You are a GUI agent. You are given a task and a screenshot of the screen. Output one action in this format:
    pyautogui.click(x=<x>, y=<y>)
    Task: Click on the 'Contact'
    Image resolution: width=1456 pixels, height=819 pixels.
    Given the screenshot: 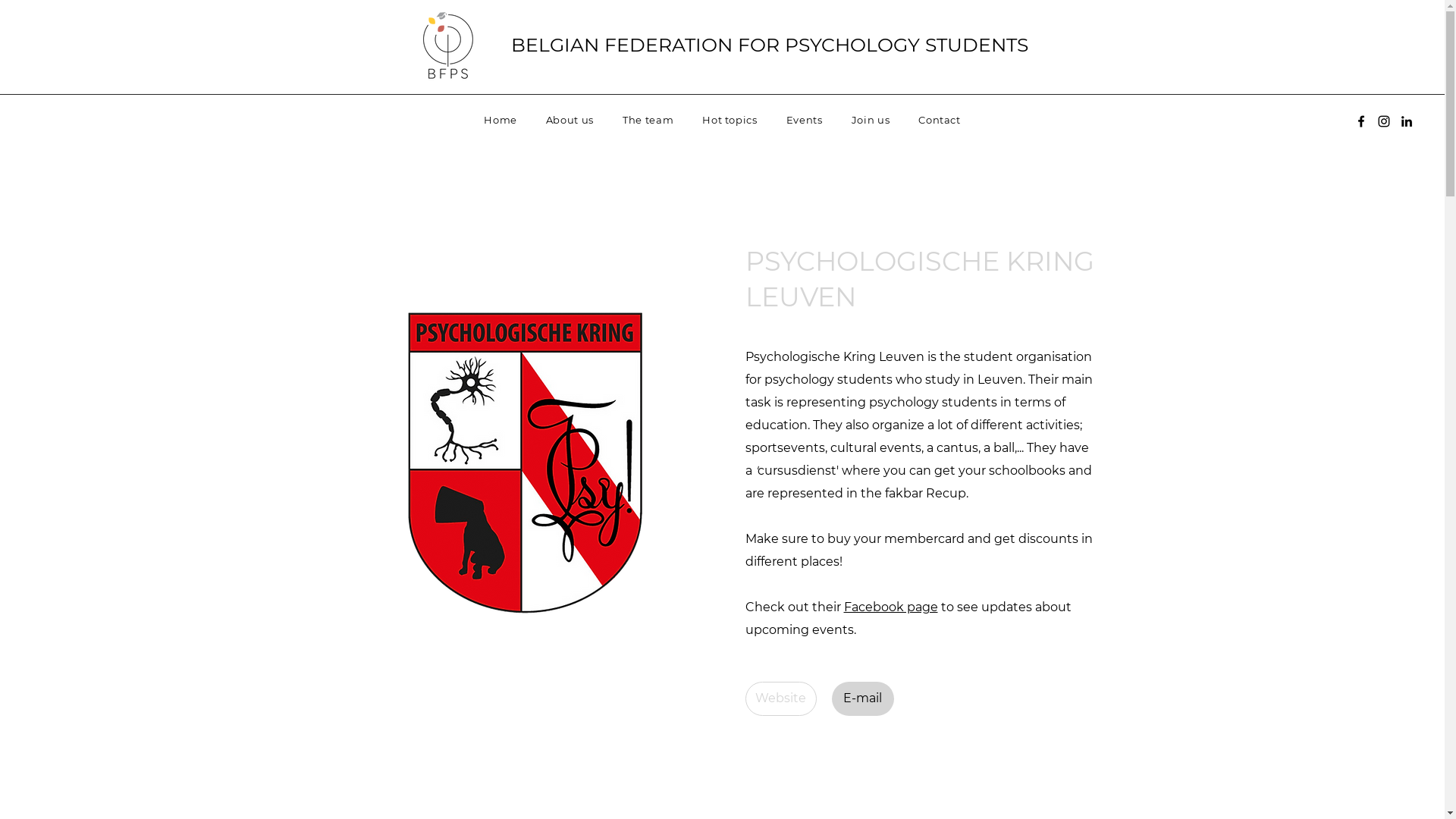 What is the action you would take?
    pyautogui.click(x=938, y=119)
    